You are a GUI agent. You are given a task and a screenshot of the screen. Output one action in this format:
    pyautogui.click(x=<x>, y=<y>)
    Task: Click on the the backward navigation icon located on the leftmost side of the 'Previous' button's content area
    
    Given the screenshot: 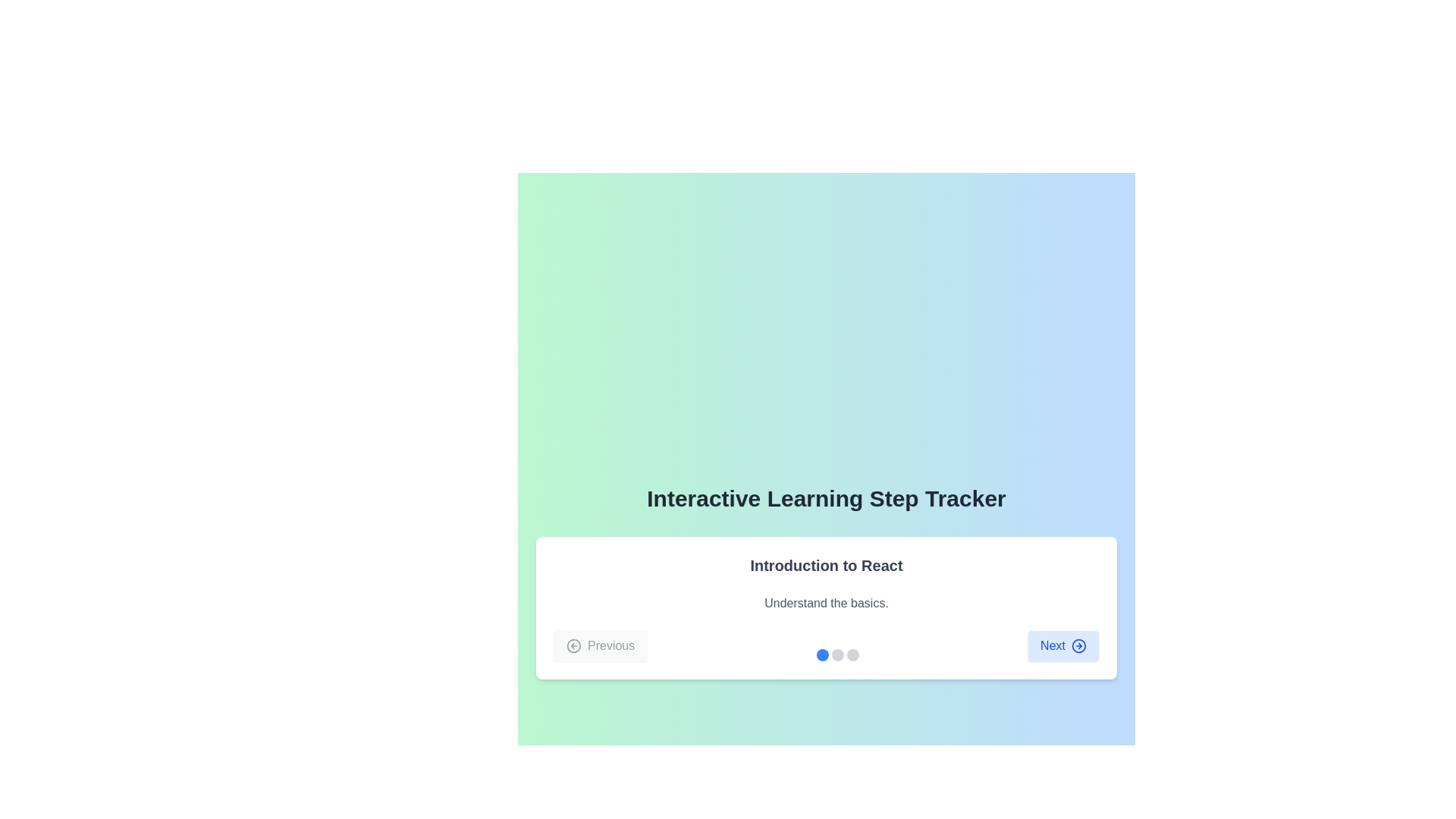 What is the action you would take?
    pyautogui.click(x=573, y=646)
    